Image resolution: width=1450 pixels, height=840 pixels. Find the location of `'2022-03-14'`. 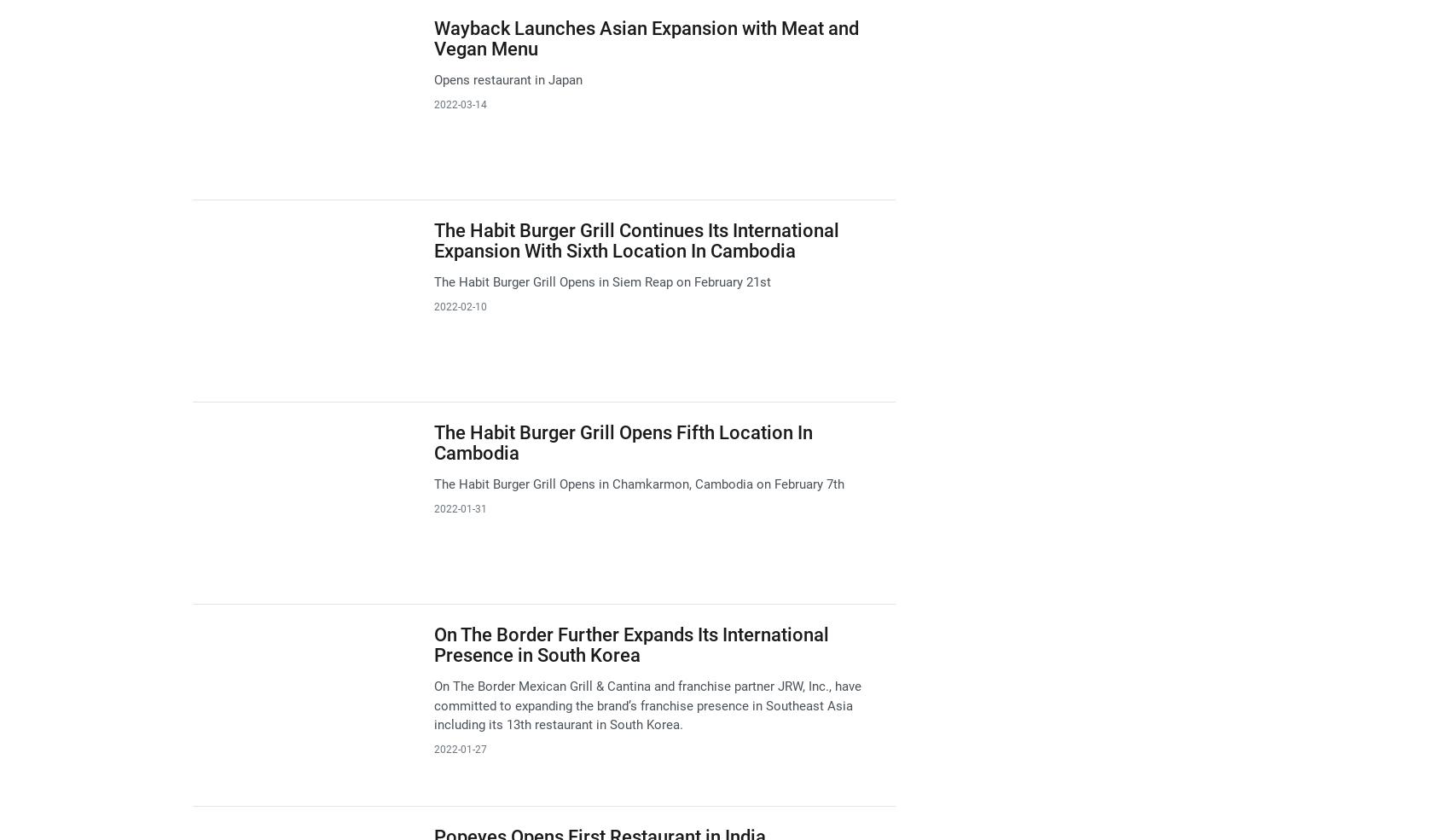

'2022-03-14' is located at coordinates (459, 104).